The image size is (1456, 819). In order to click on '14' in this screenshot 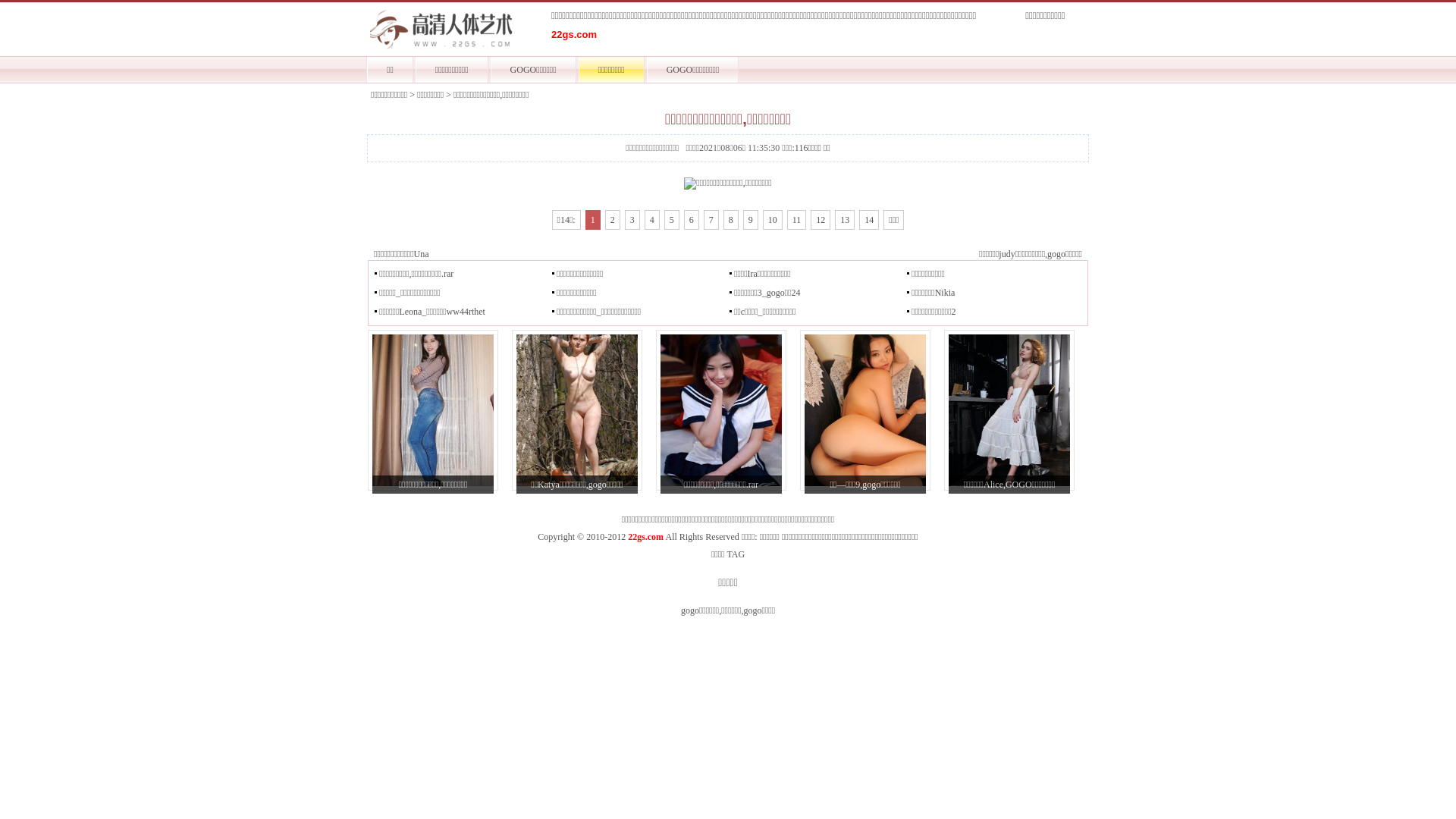, I will do `click(858, 219)`.